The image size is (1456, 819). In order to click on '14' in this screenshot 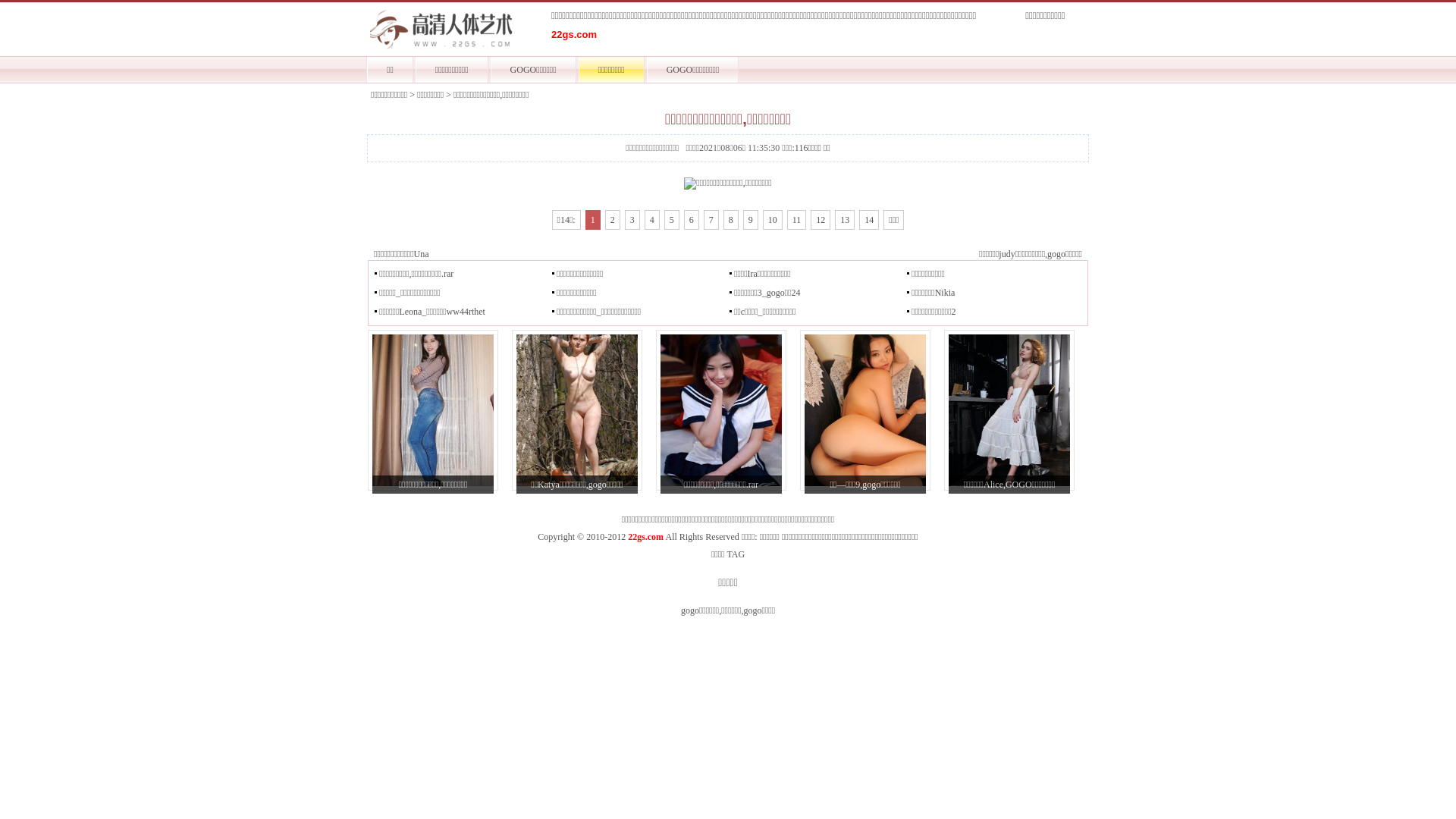, I will do `click(858, 219)`.